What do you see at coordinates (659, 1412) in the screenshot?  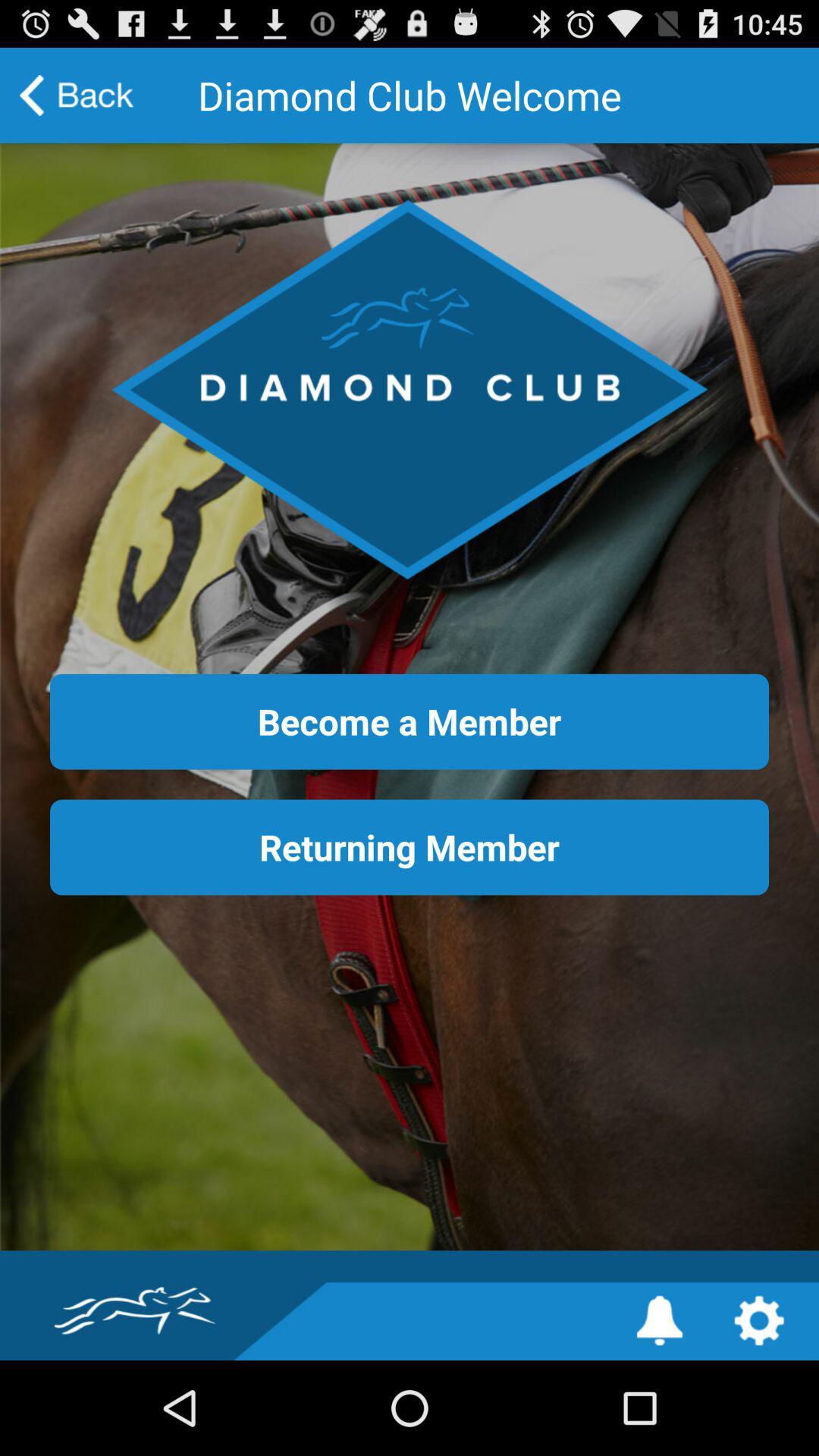 I see `the notifications icon` at bounding box center [659, 1412].